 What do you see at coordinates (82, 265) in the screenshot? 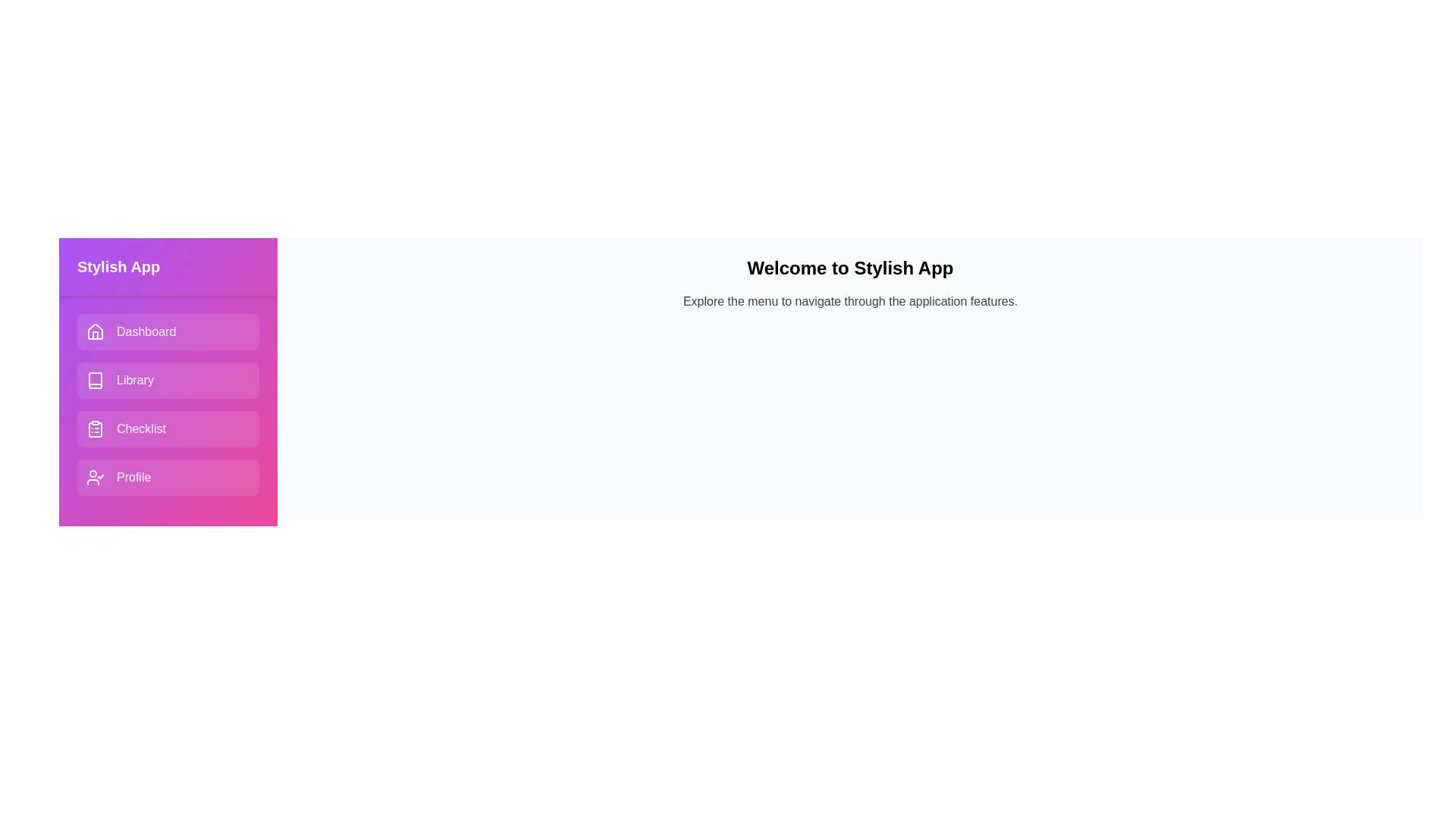
I see `toggle button in the header of the drawer to toggle its visibility` at bounding box center [82, 265].